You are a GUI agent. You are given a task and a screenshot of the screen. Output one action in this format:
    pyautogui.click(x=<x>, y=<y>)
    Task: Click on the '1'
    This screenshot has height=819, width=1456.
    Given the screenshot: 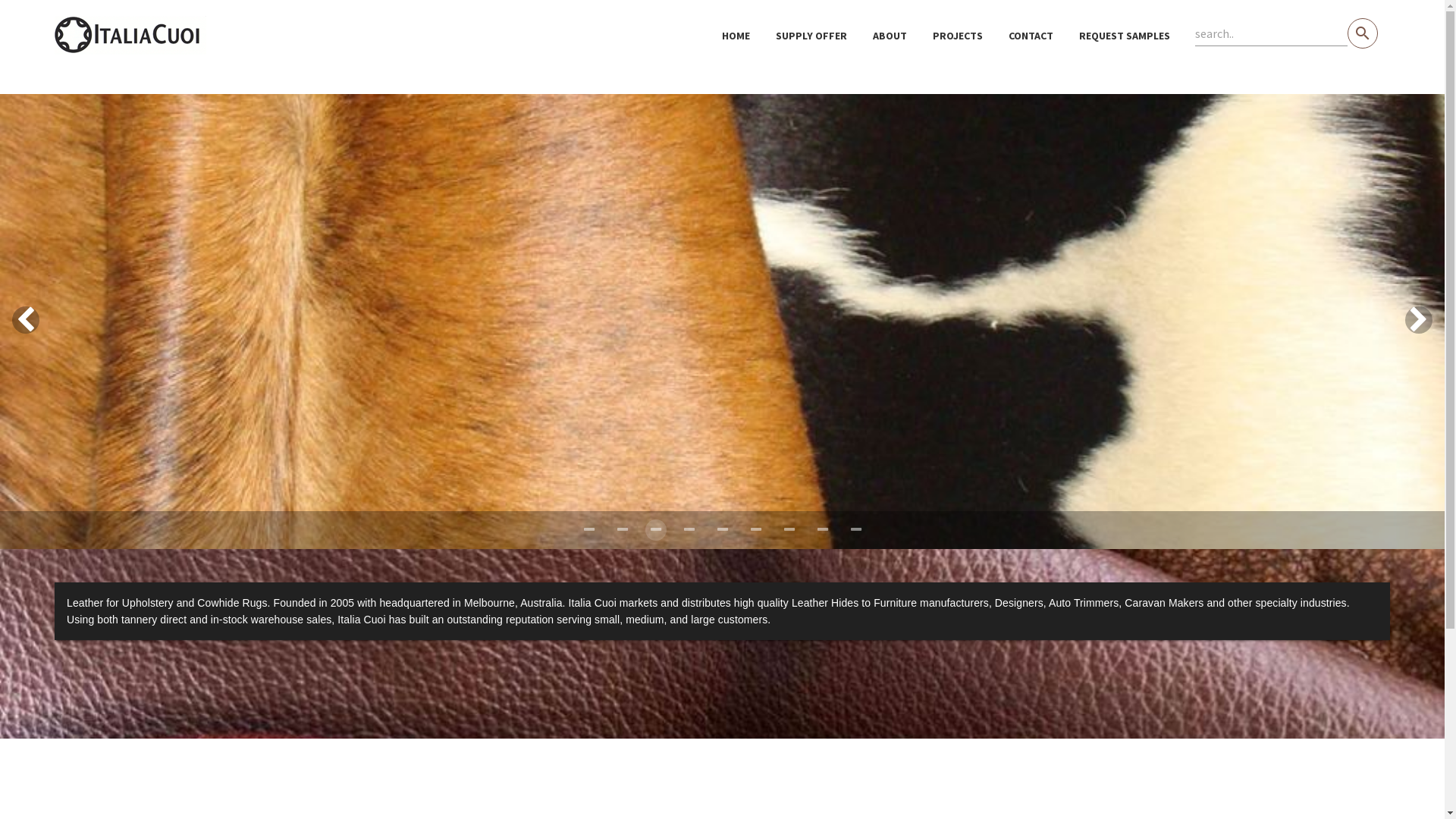 What is the action you would take?
    pyautogui.click(x=622, y=529)
    